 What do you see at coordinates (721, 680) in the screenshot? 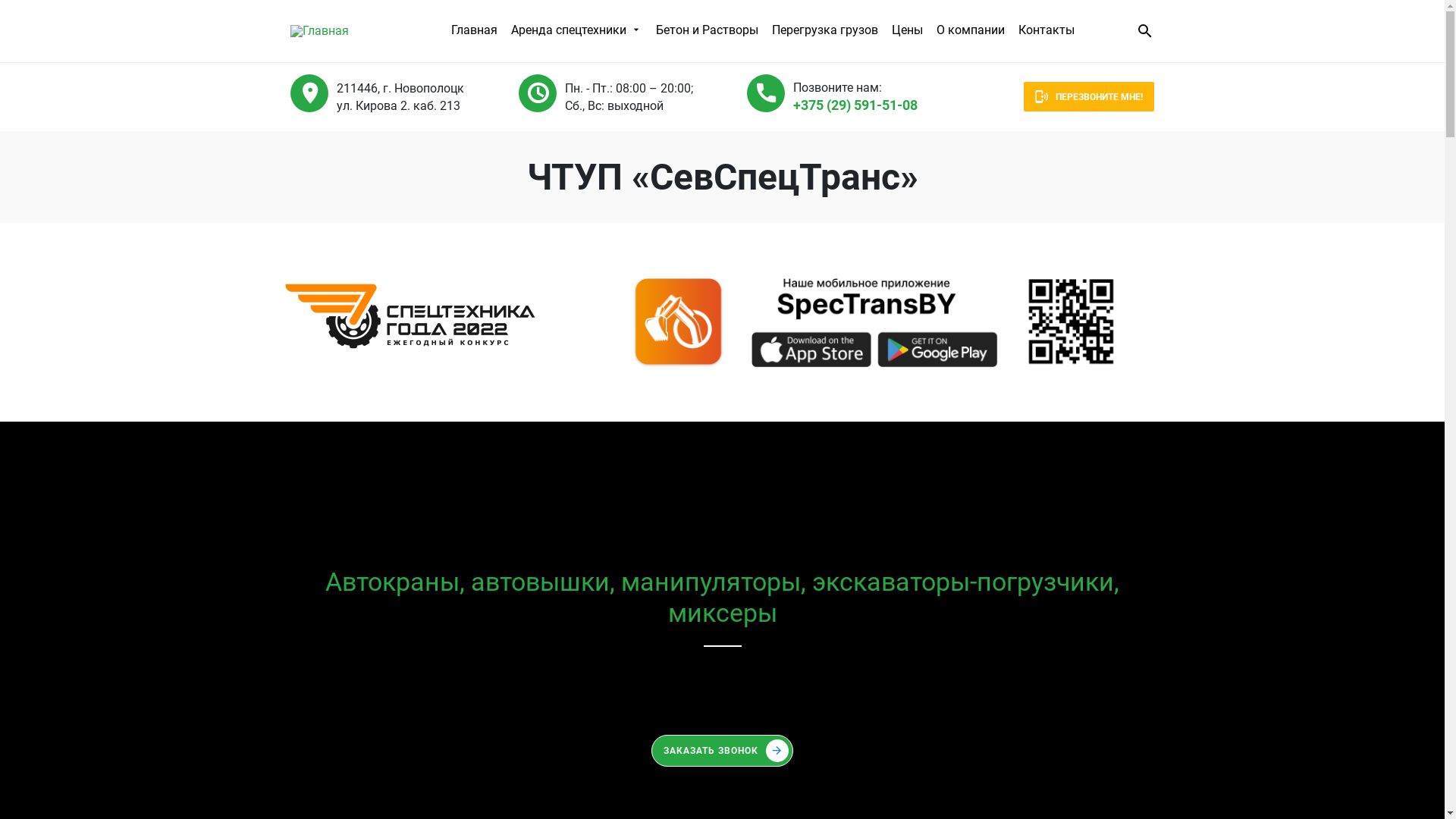
I see `'+375 (29) 591-51-08'` at bounding box center [721, 680].